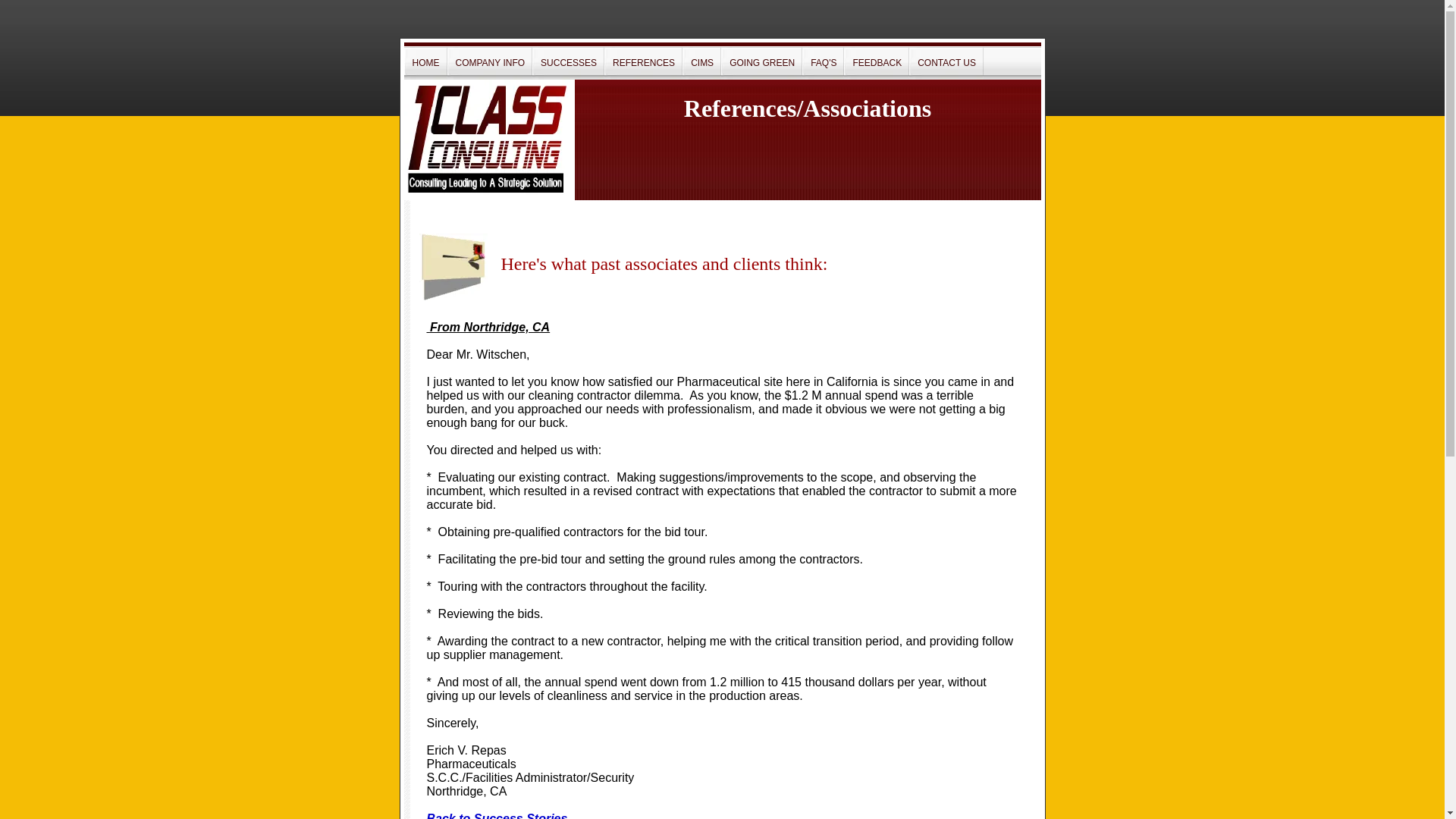 This screenshot has width=1456, height=819. What do you see at coordinates (425, 62) in the screenshot?
I see `'HOME'` at bounding box center [425, 62].